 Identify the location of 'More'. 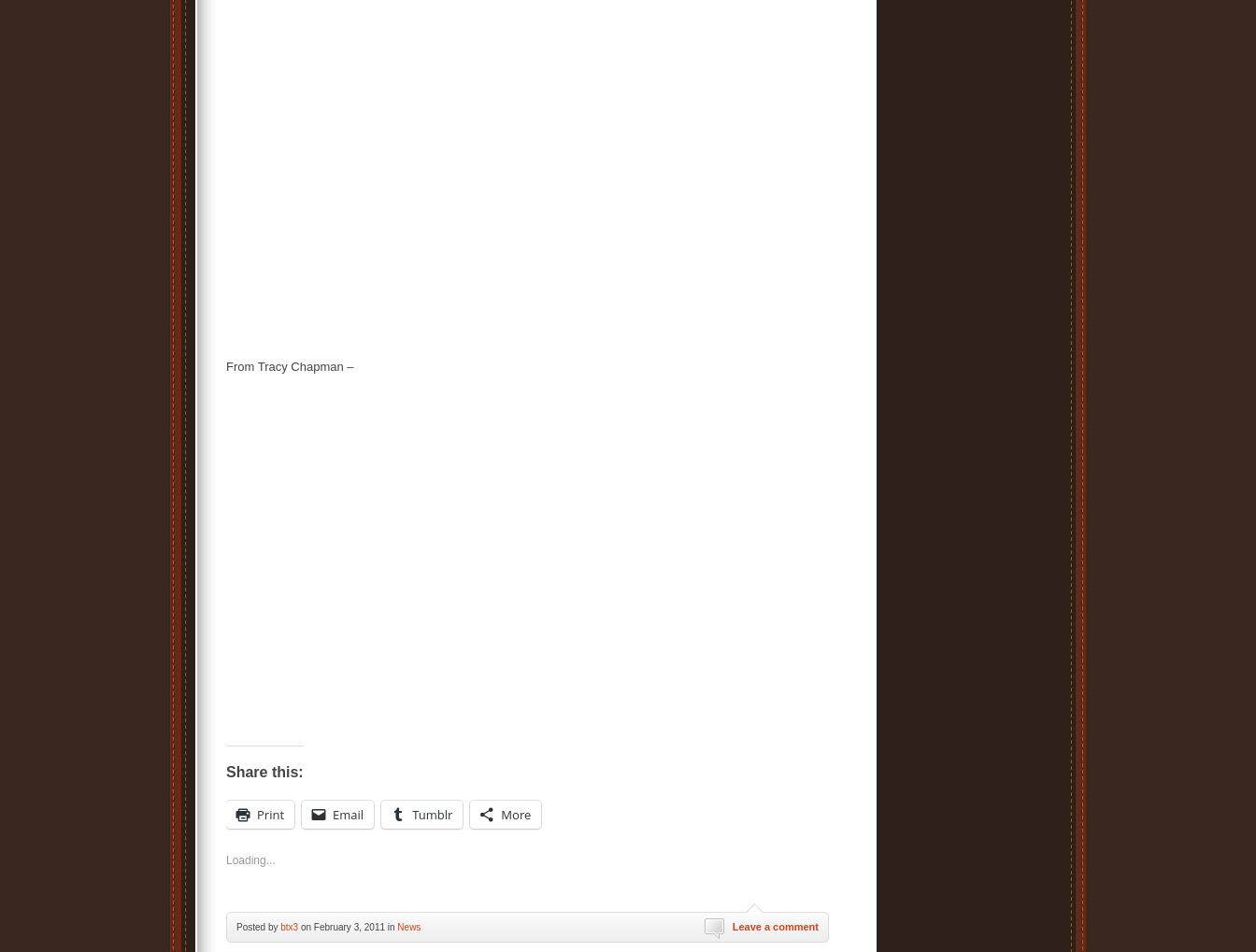
(515, 813).